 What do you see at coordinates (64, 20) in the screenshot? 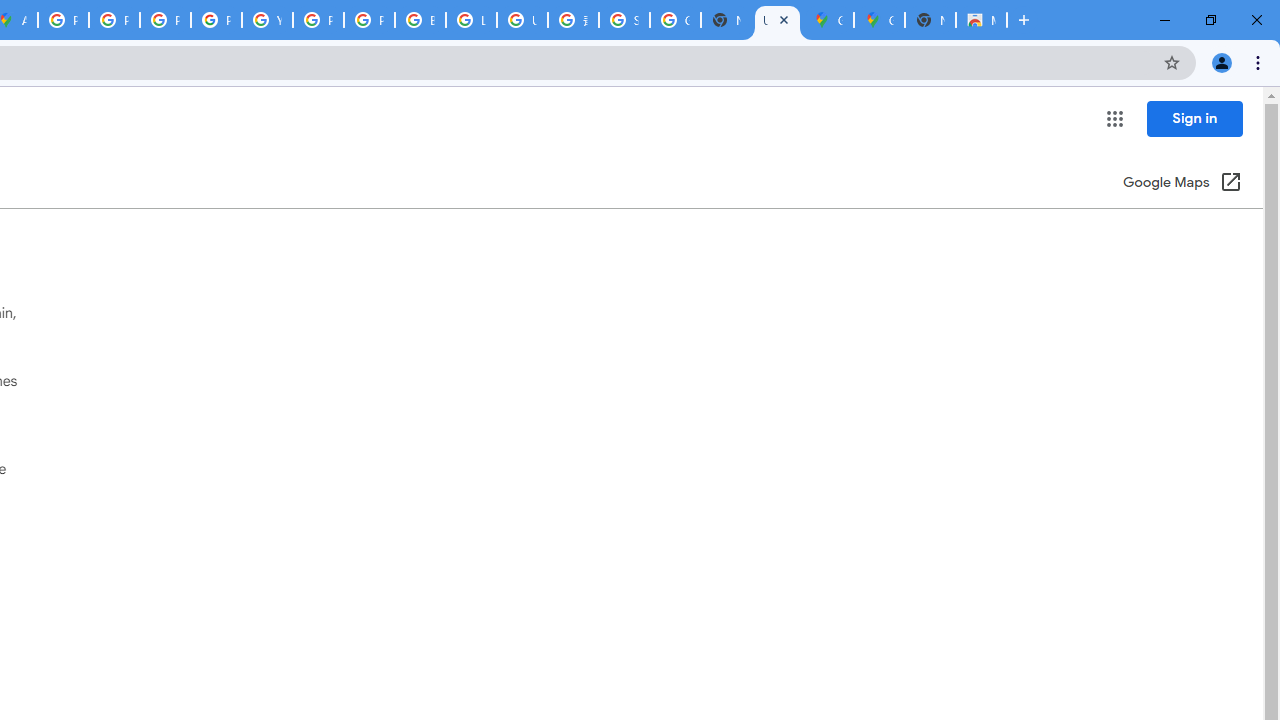
I see `'Policy Accountability and Transparency - Transparency Center'` at bounding box center [64, 20].